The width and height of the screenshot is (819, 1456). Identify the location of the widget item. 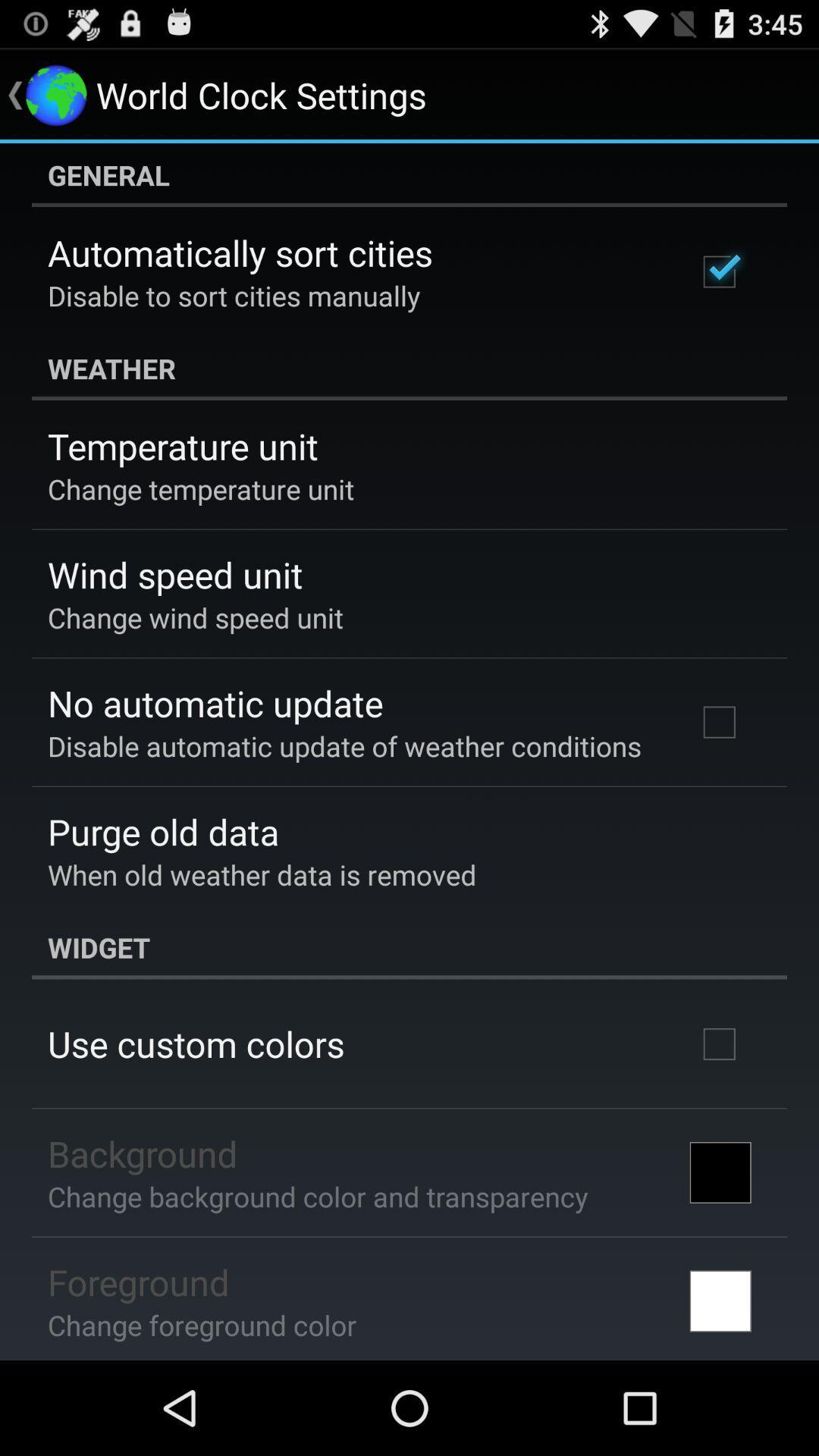
(409, 946).